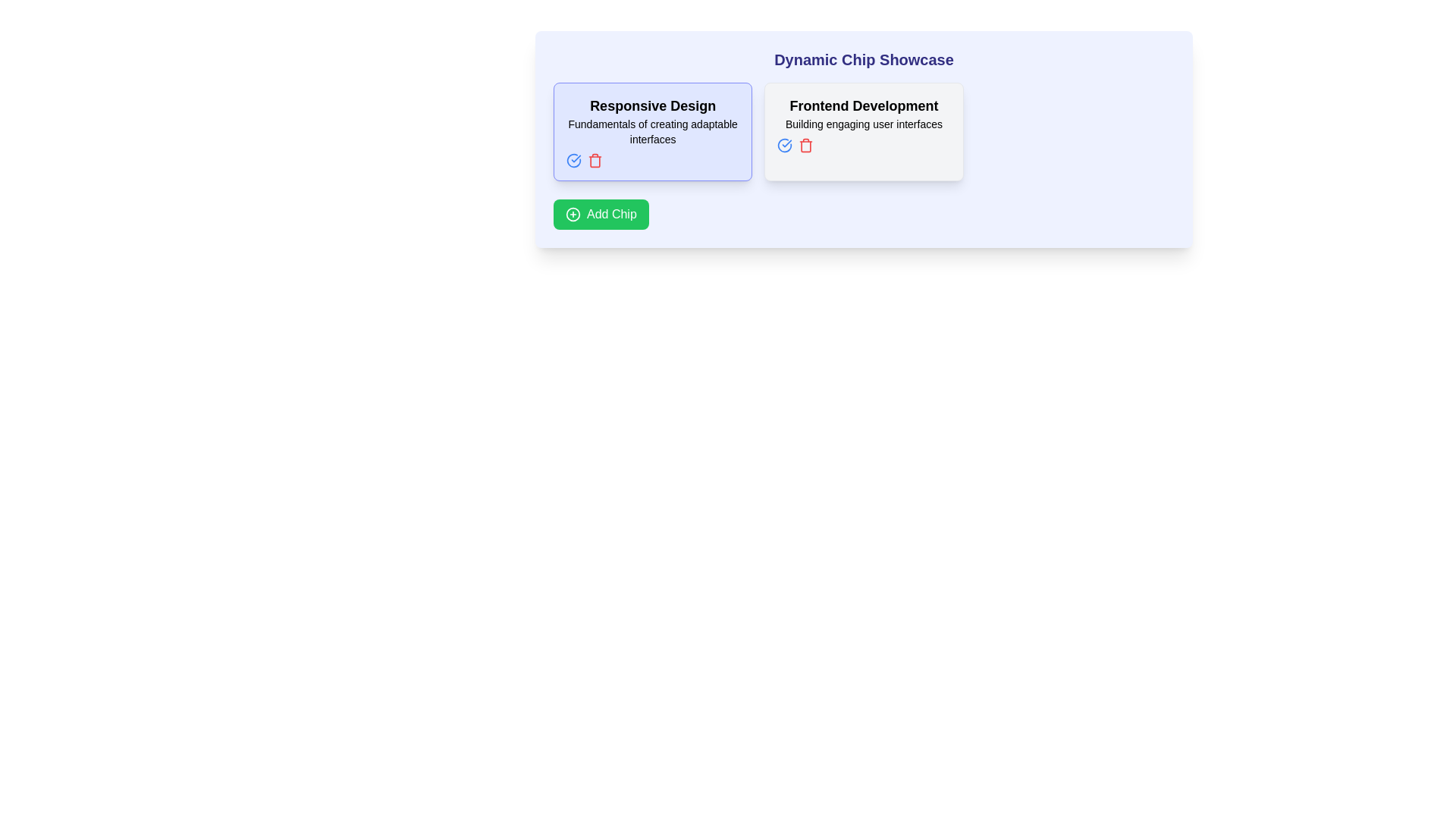 The height and width of the screenshot is (819, 1456). I want to click on the trash icon button located in the 'Frontend Development' card under the 'Dynamic Chip Showcase' header to initiate the delete action, so click(805, 146).